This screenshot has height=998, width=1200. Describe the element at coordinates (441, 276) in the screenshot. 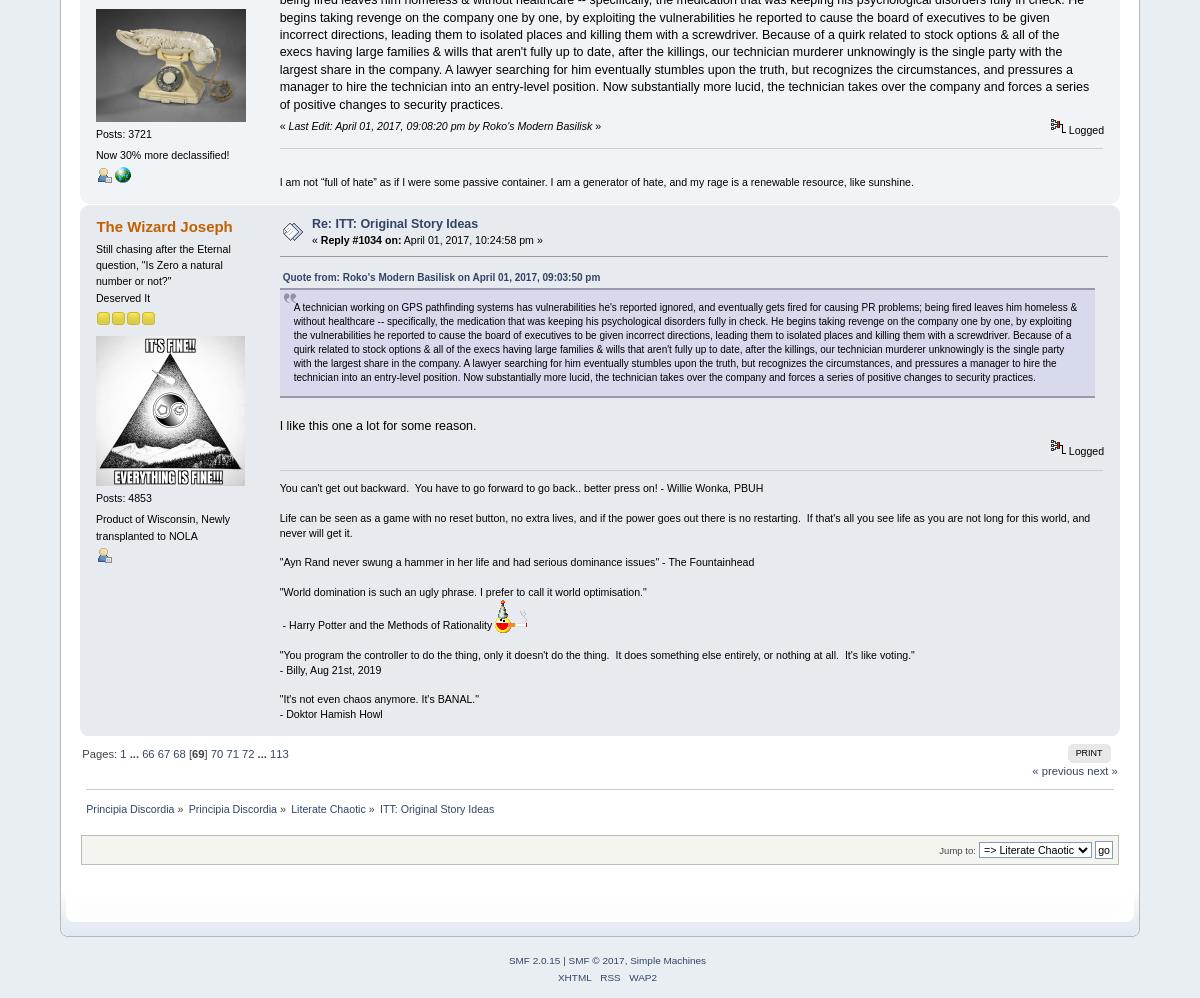

I see `'Quote from: Roko's Modern Basilisk on April 01, 2017, 09:03:50 pm'` at that location.